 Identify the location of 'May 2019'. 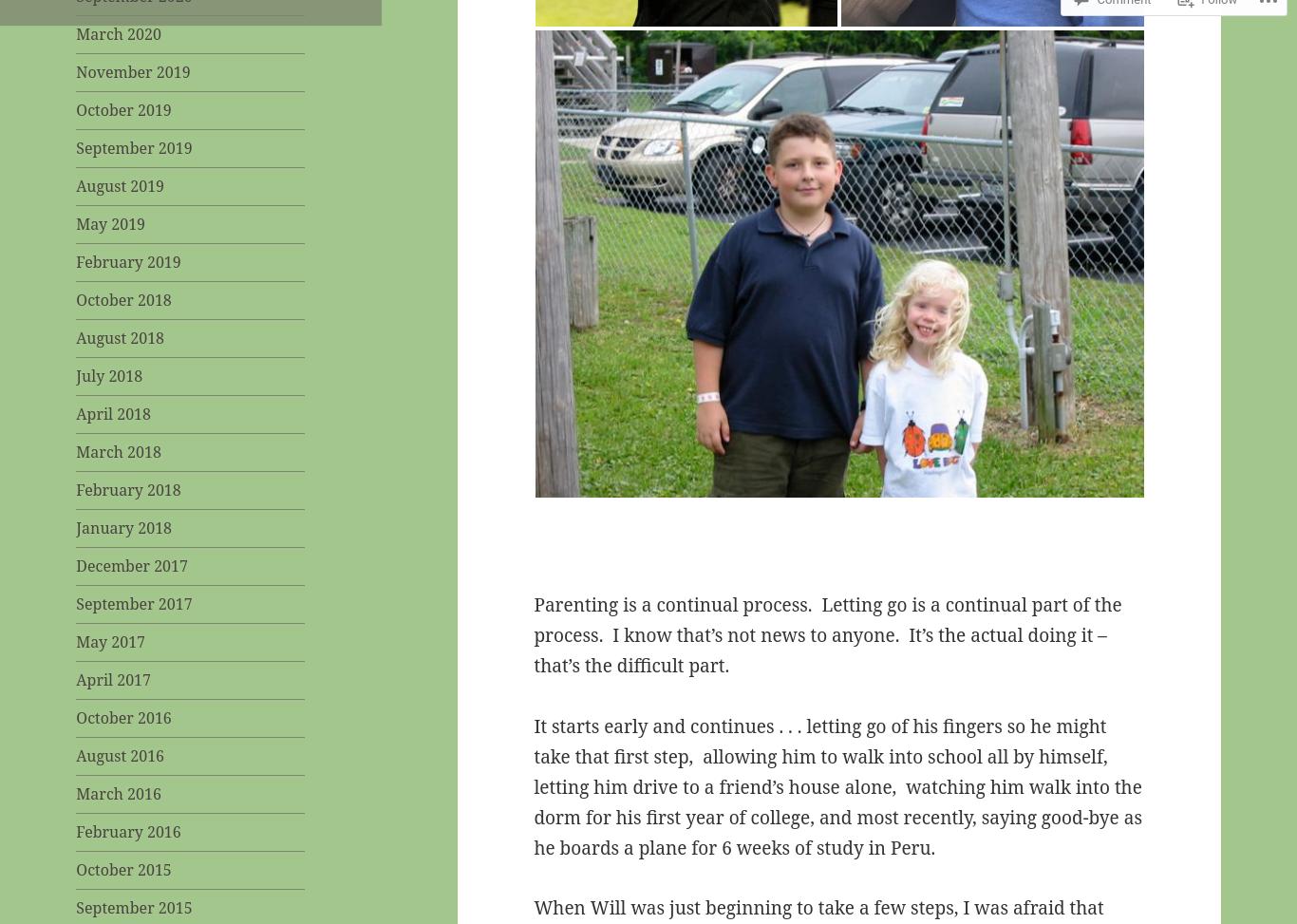
(109, 222).